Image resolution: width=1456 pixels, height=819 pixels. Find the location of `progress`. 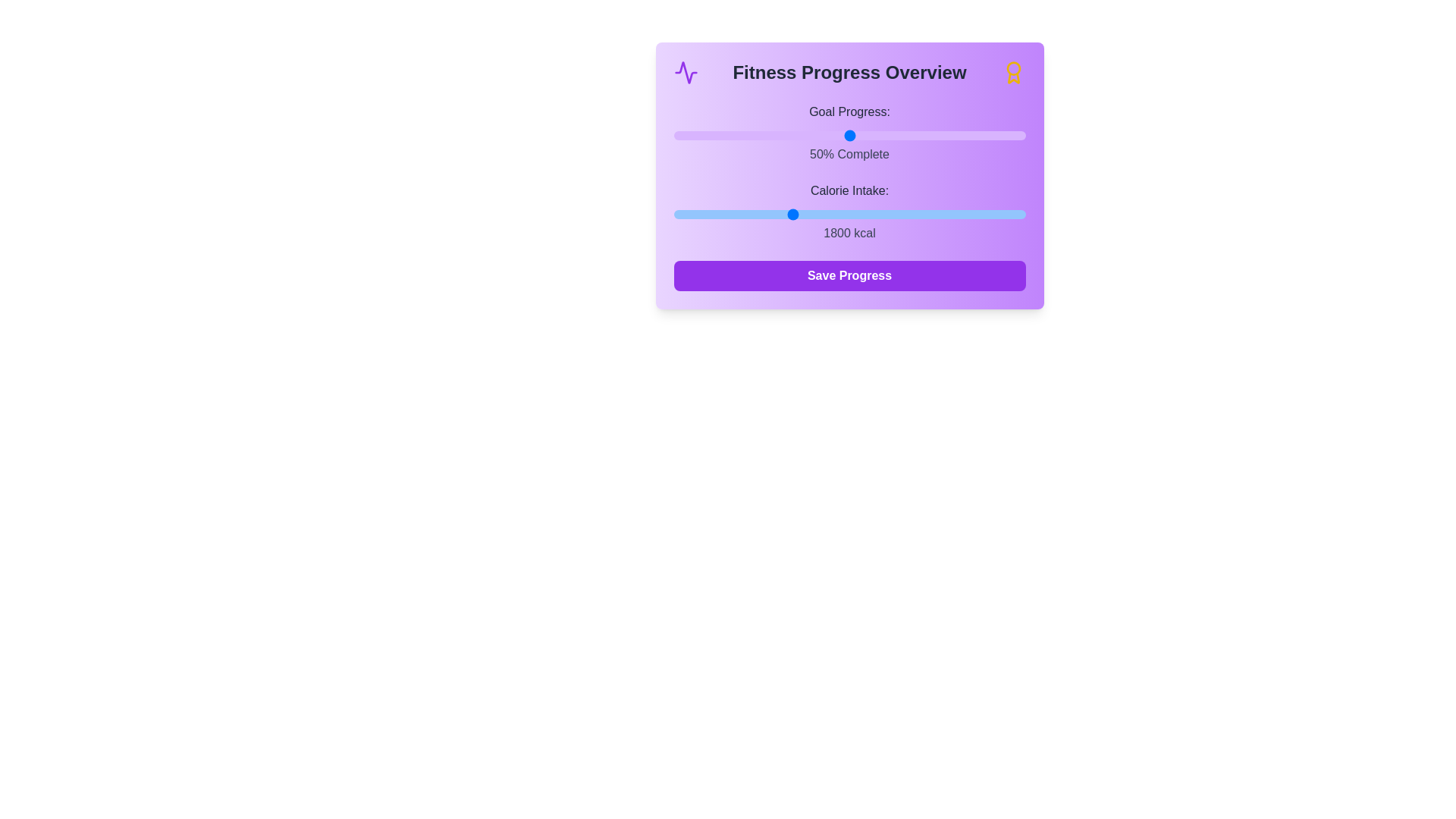

progress is located at coordinates (965, 134).